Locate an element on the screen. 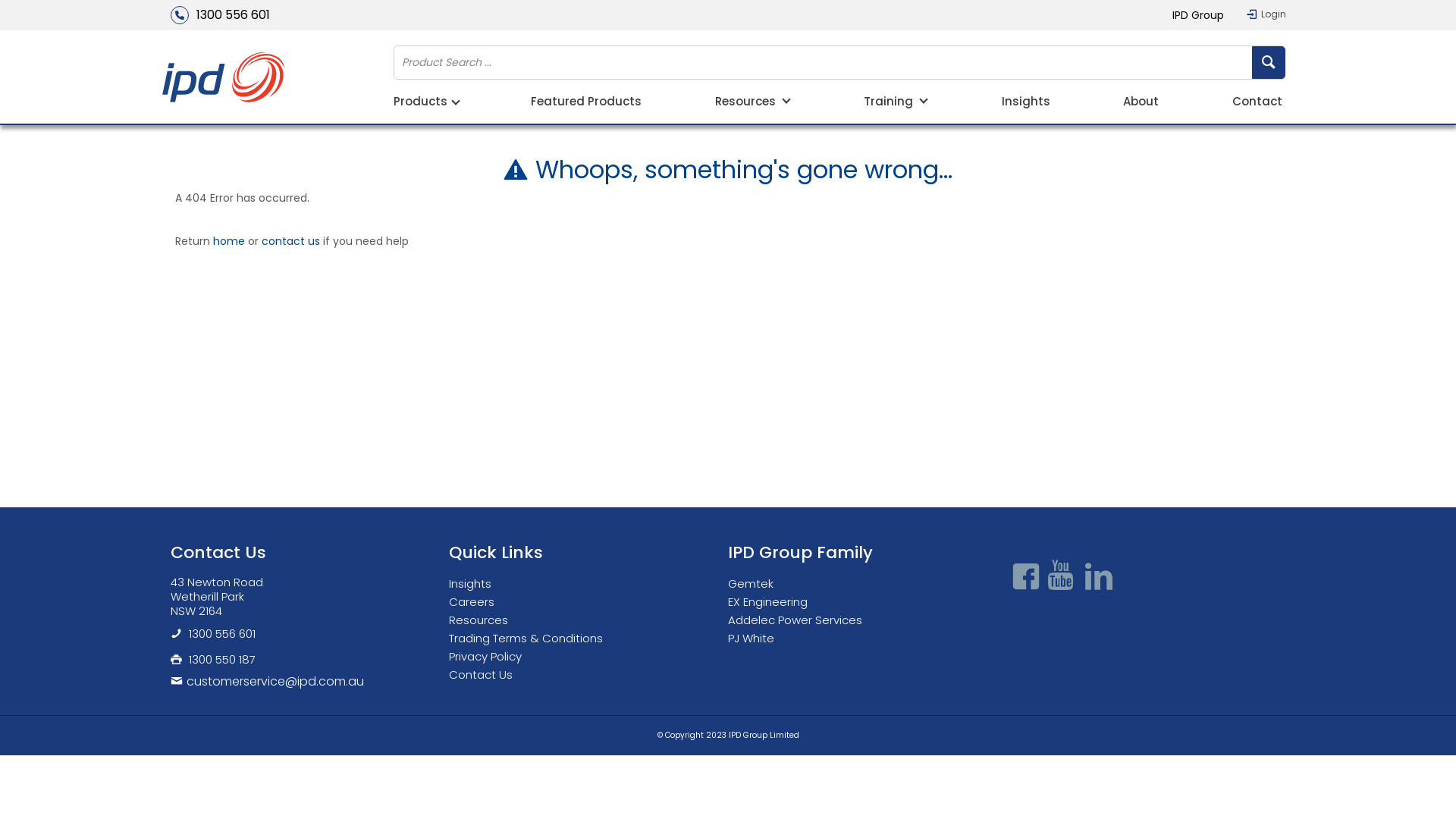 Image resolution: width=1456 pixels, height=819 pixels. 'customerservice@ipd.com.au' is located at coordinates (170, 680).